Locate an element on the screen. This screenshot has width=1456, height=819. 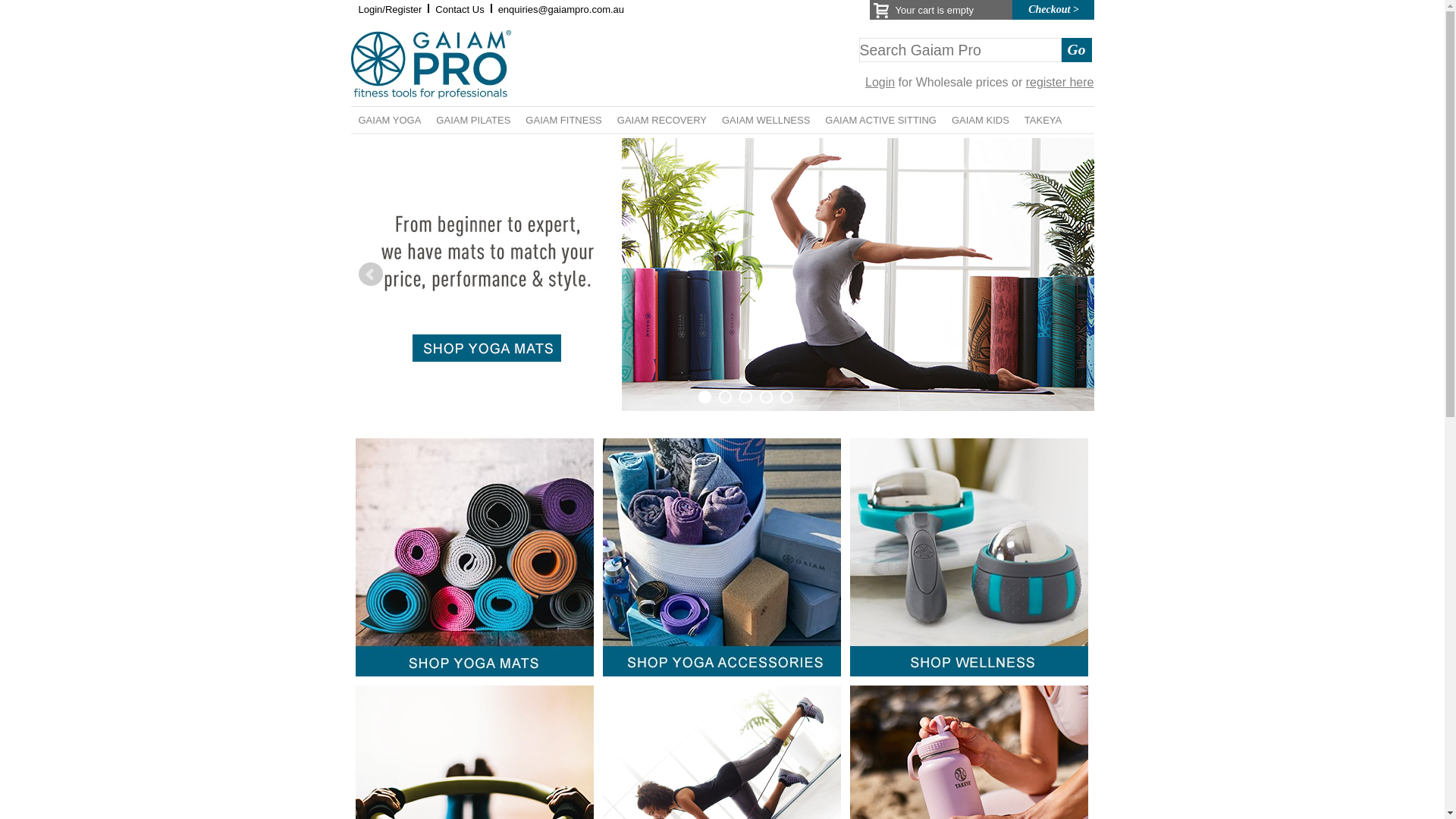
'4' is located at coordinates (766, 396).